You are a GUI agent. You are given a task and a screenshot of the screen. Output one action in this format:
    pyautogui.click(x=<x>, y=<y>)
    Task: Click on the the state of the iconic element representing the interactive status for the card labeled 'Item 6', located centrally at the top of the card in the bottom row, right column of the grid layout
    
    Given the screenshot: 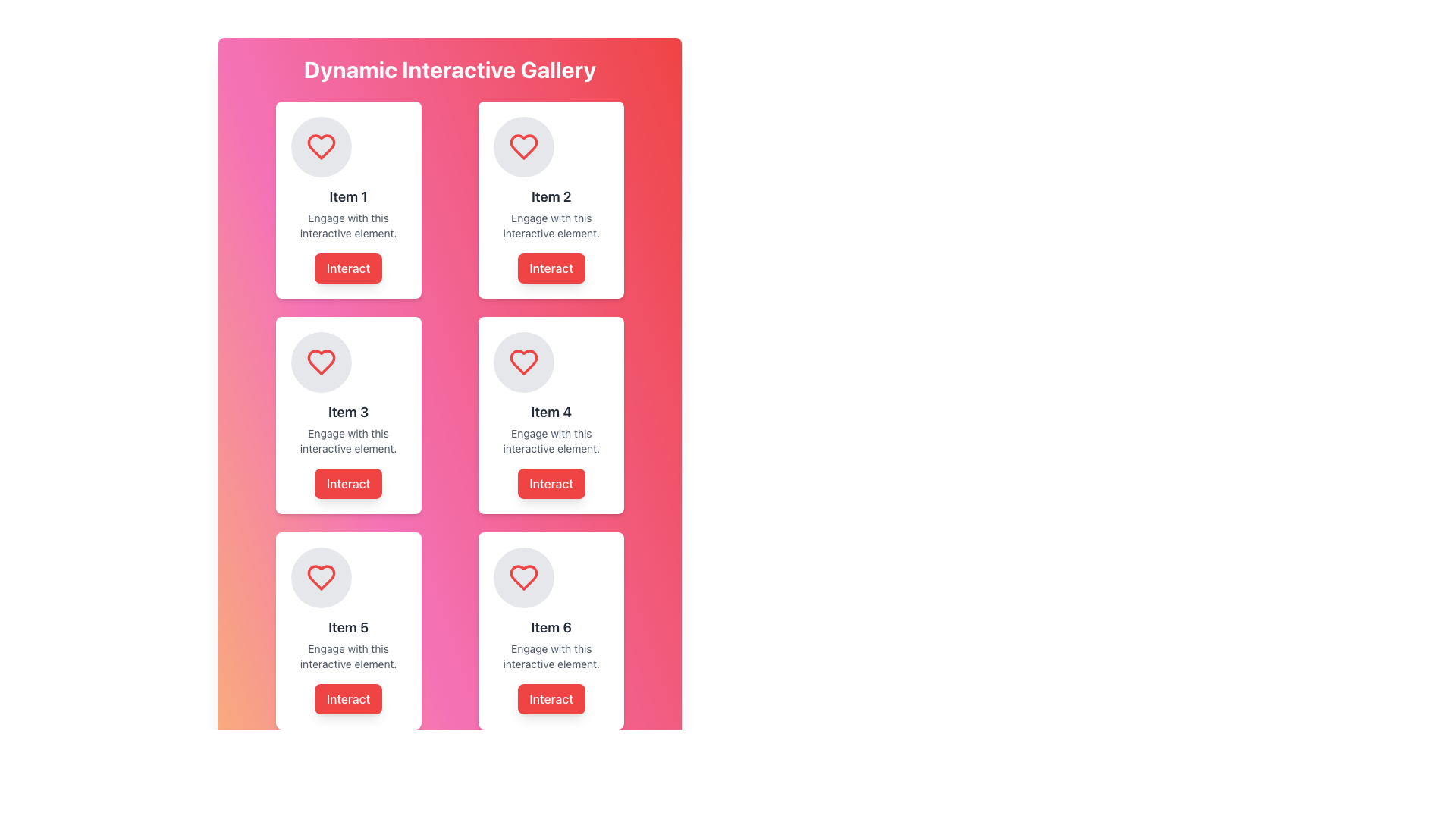 What is the action you would take?
    pyautogui.click(x=524, y=578)
    